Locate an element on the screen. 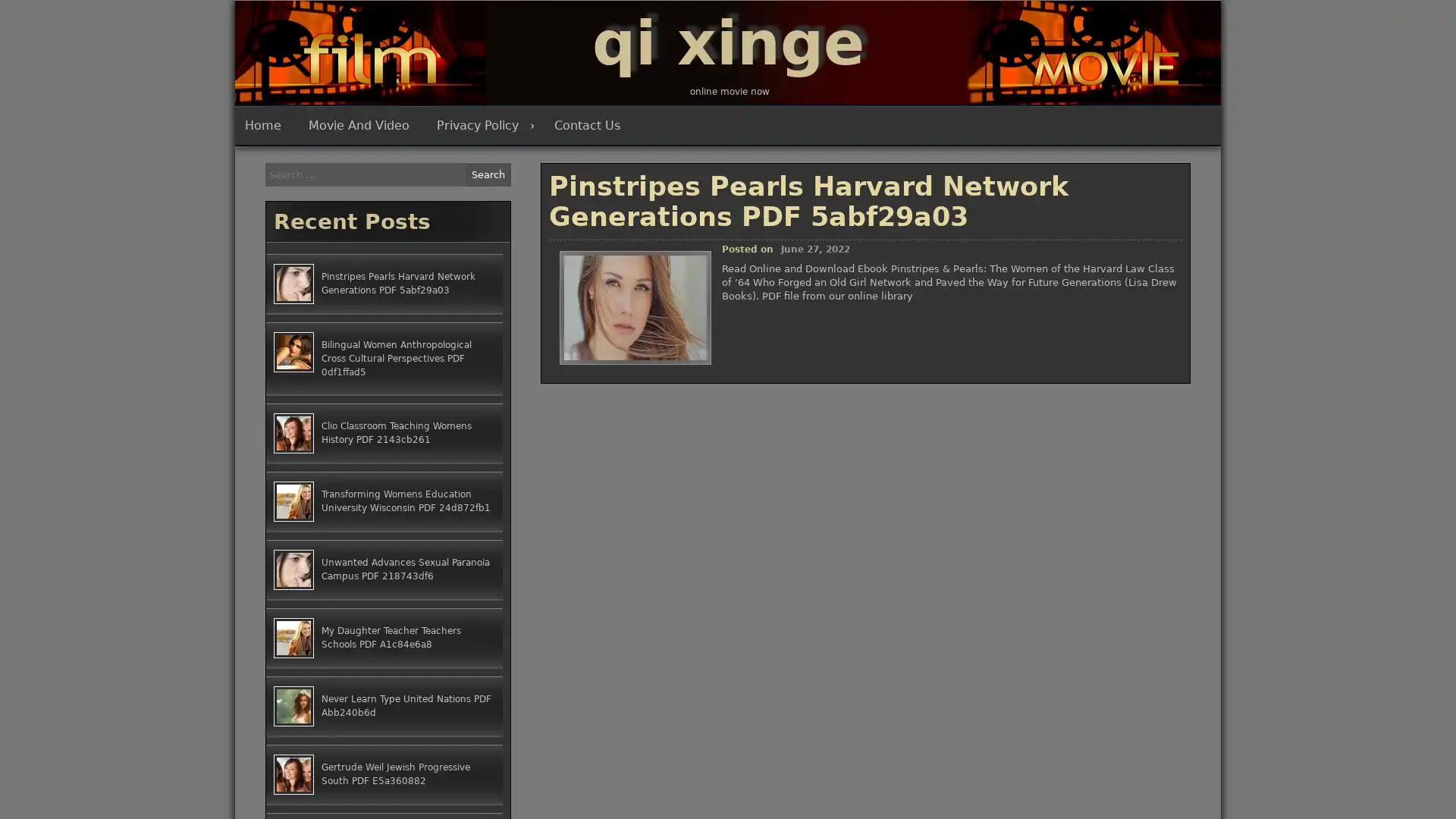  Search is located at coordinates (488, 174).